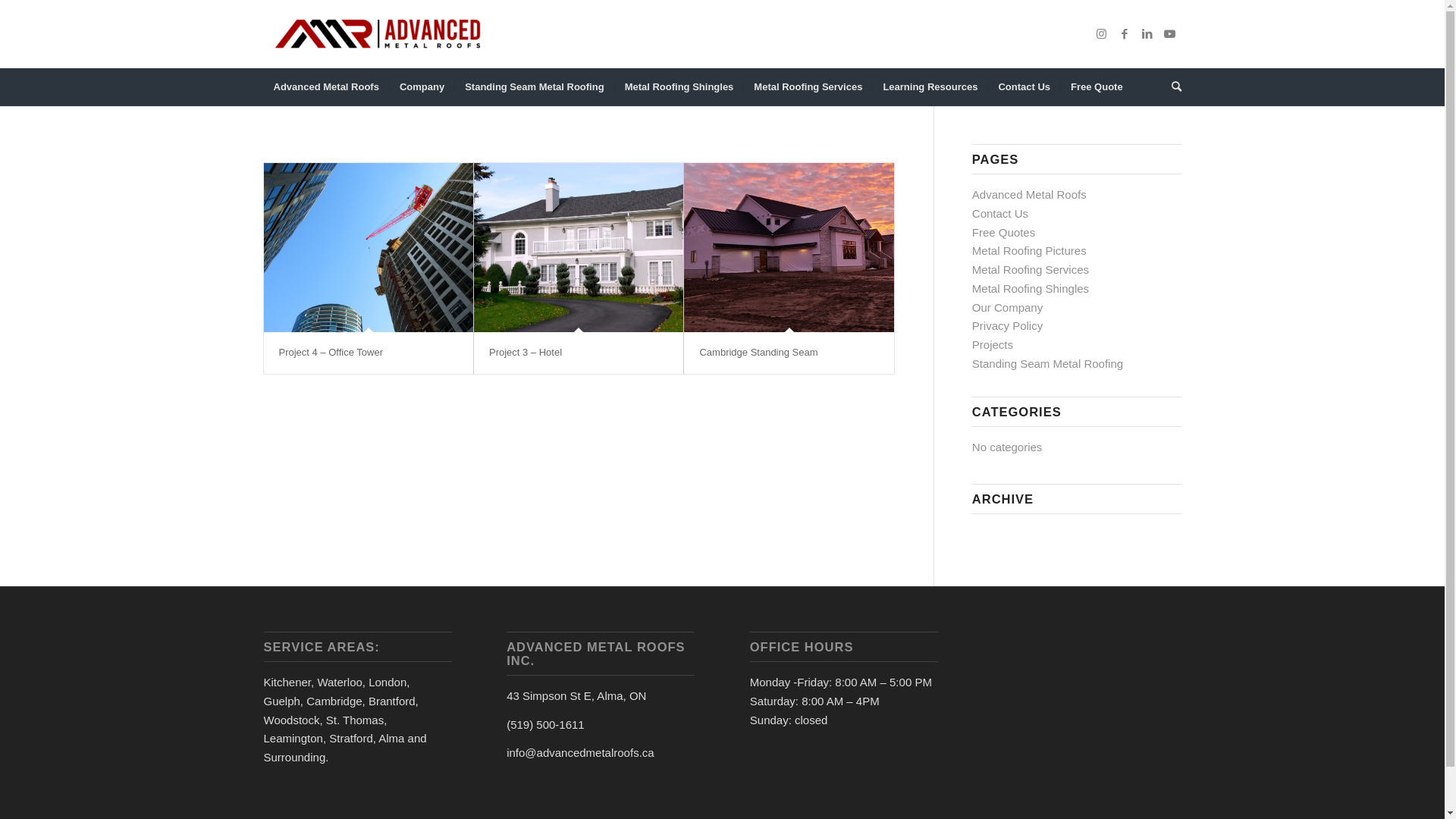 The height and width of the screenshot is (819, 1456). I want to click on 'Company', so click(422, 87).